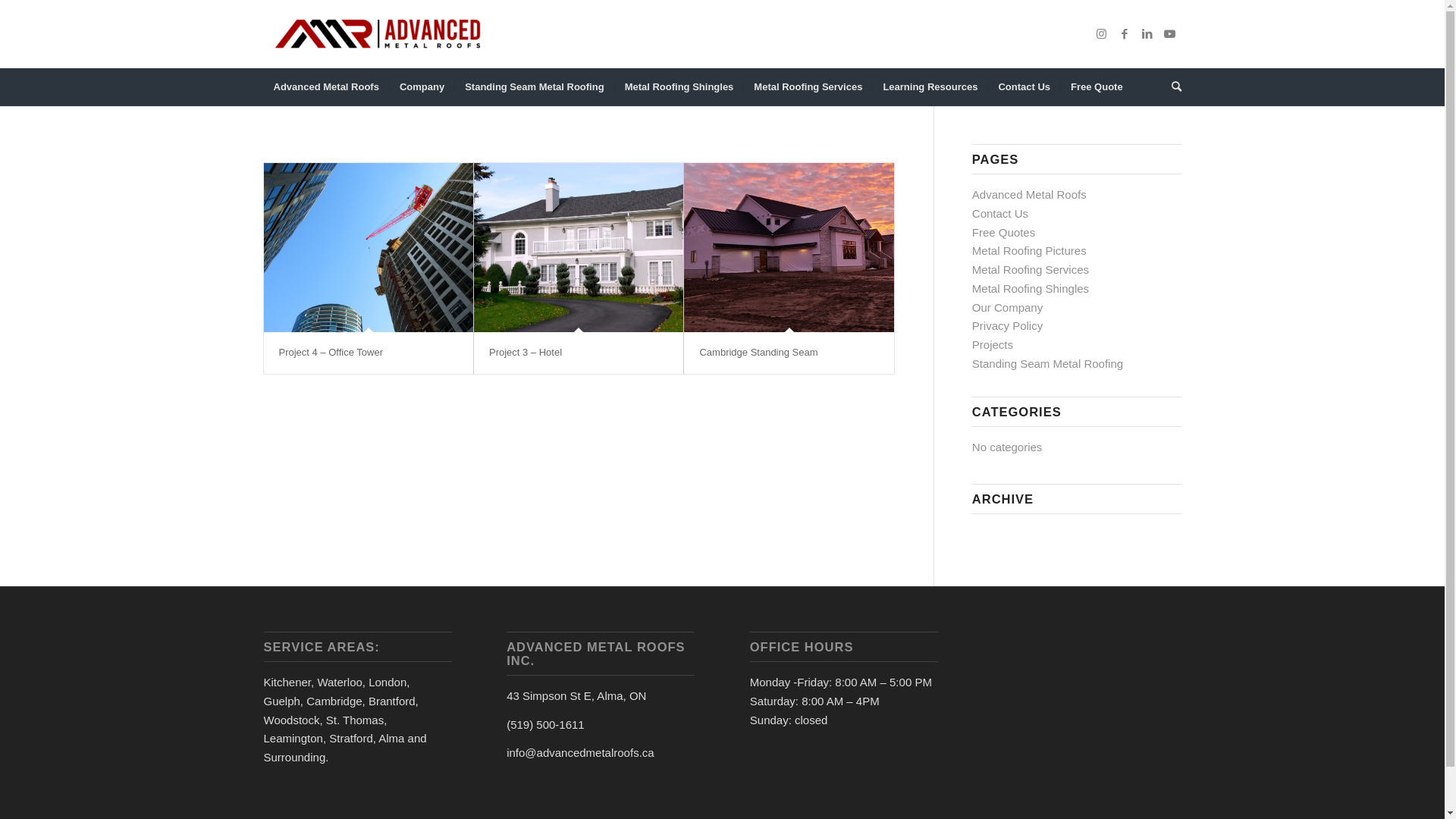 The height and width of the screenshot is (819, 1456). I want to click on 'Company', so click(422, 87).